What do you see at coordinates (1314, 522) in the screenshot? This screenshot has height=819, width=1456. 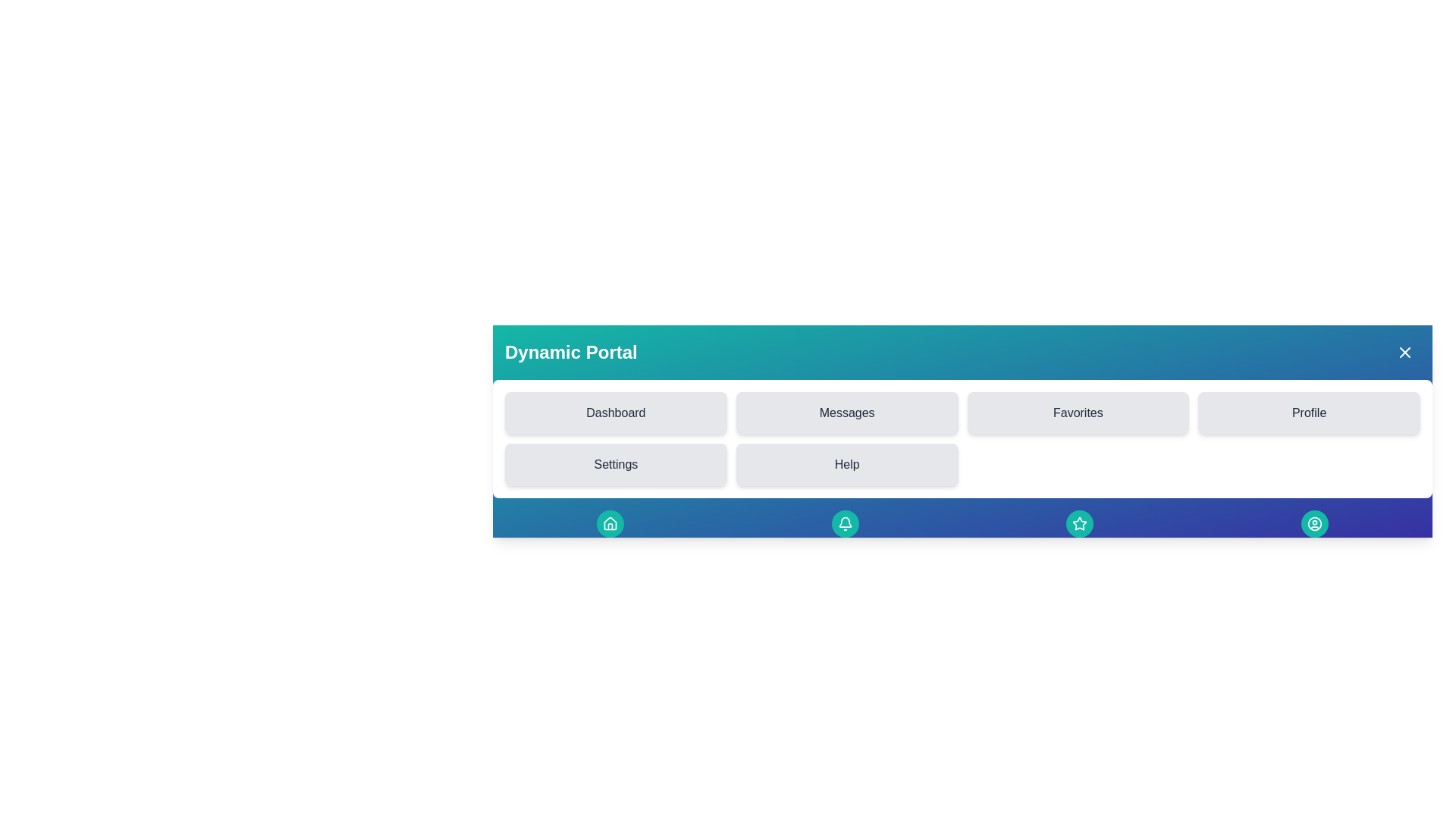 I see `the Profile button in the footer` at bounding box center [1314, 522].